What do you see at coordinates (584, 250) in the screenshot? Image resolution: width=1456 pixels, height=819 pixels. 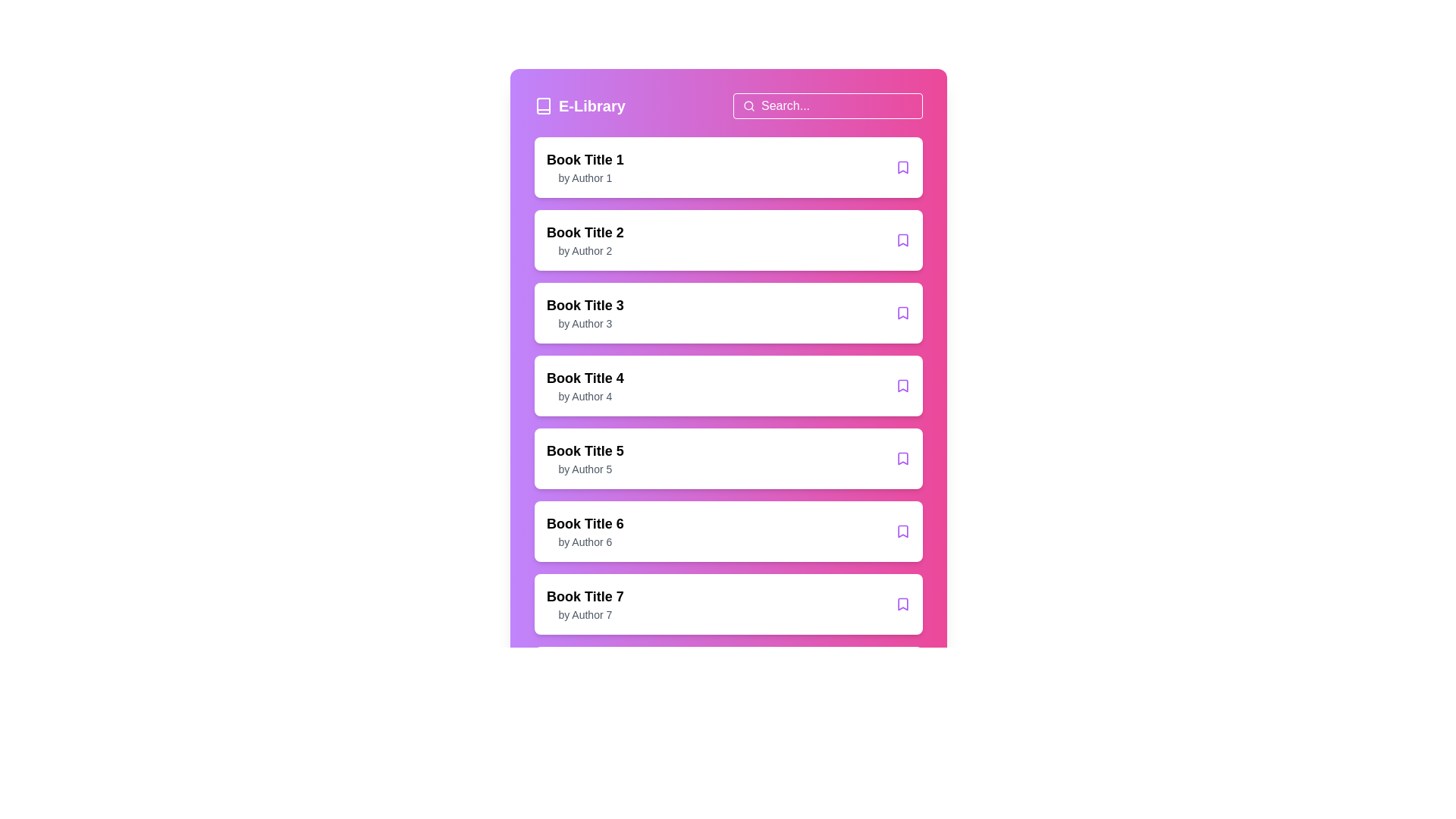 I see `the text label displaying 'by Author 2', which is styled in gray and located below 'Book Title 2' in the second book card` at bounding box center [584, 250].